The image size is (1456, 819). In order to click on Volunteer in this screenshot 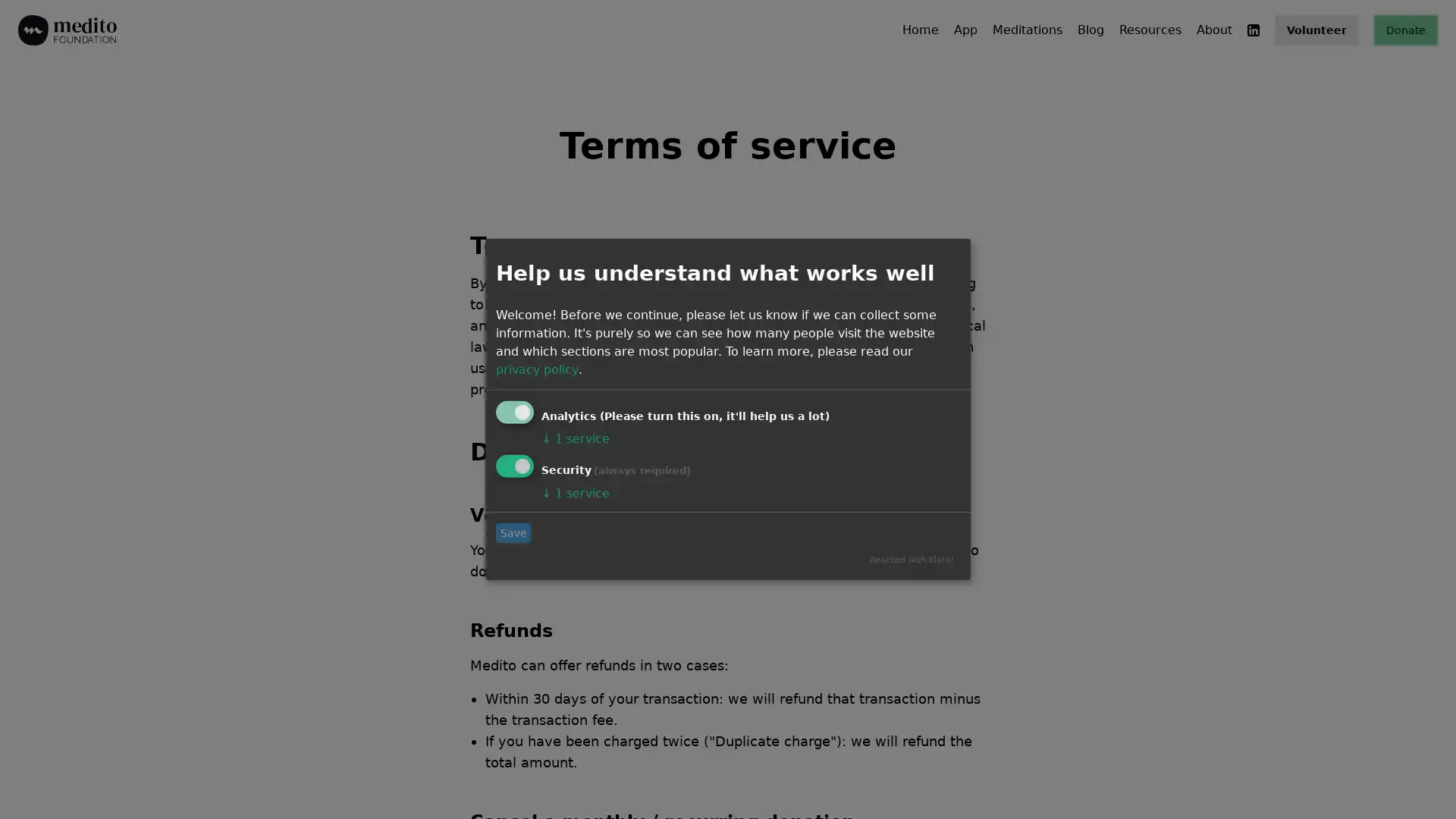, I will do `click(1316, 30)`.